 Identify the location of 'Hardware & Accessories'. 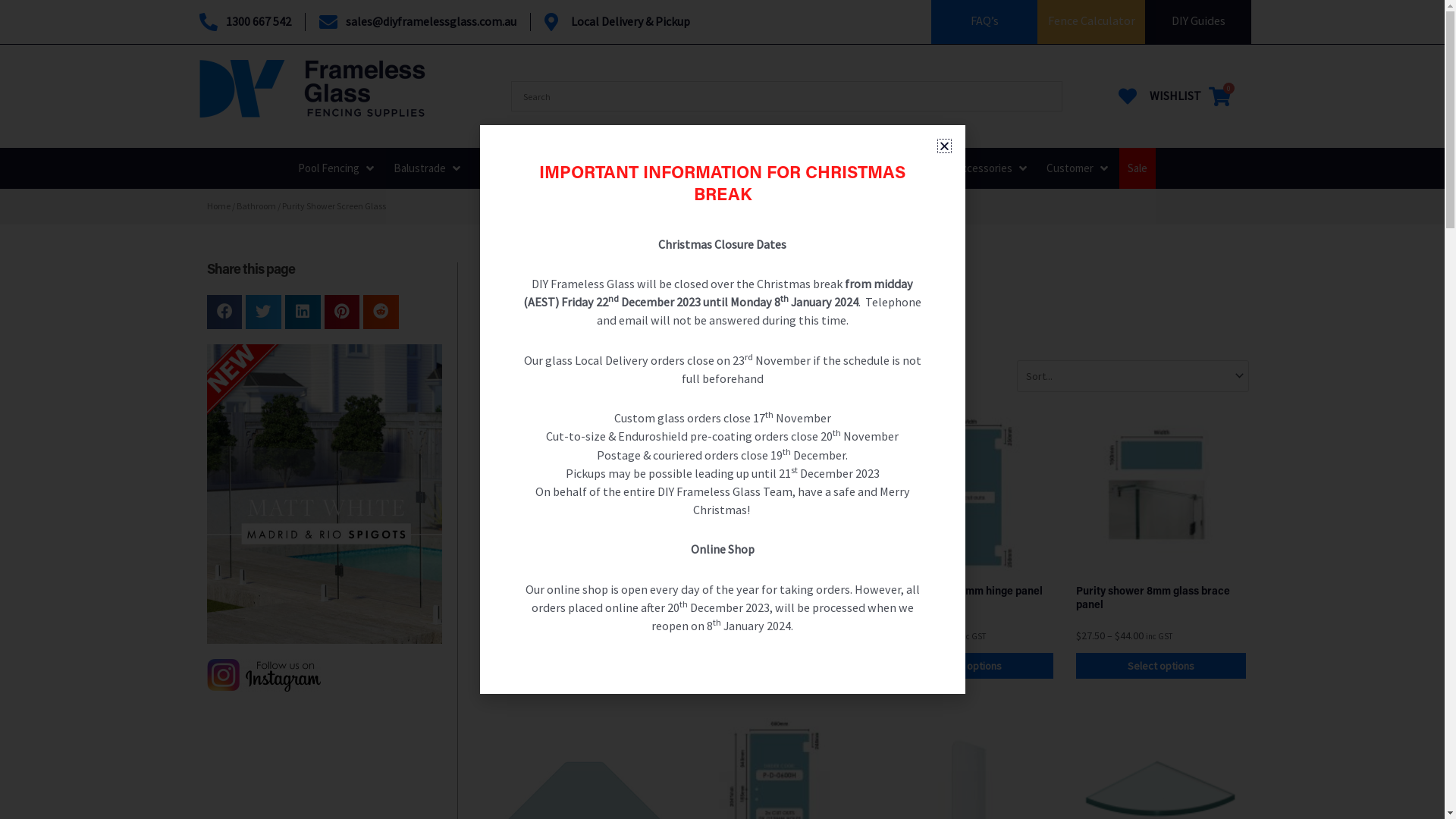
(898, 168).